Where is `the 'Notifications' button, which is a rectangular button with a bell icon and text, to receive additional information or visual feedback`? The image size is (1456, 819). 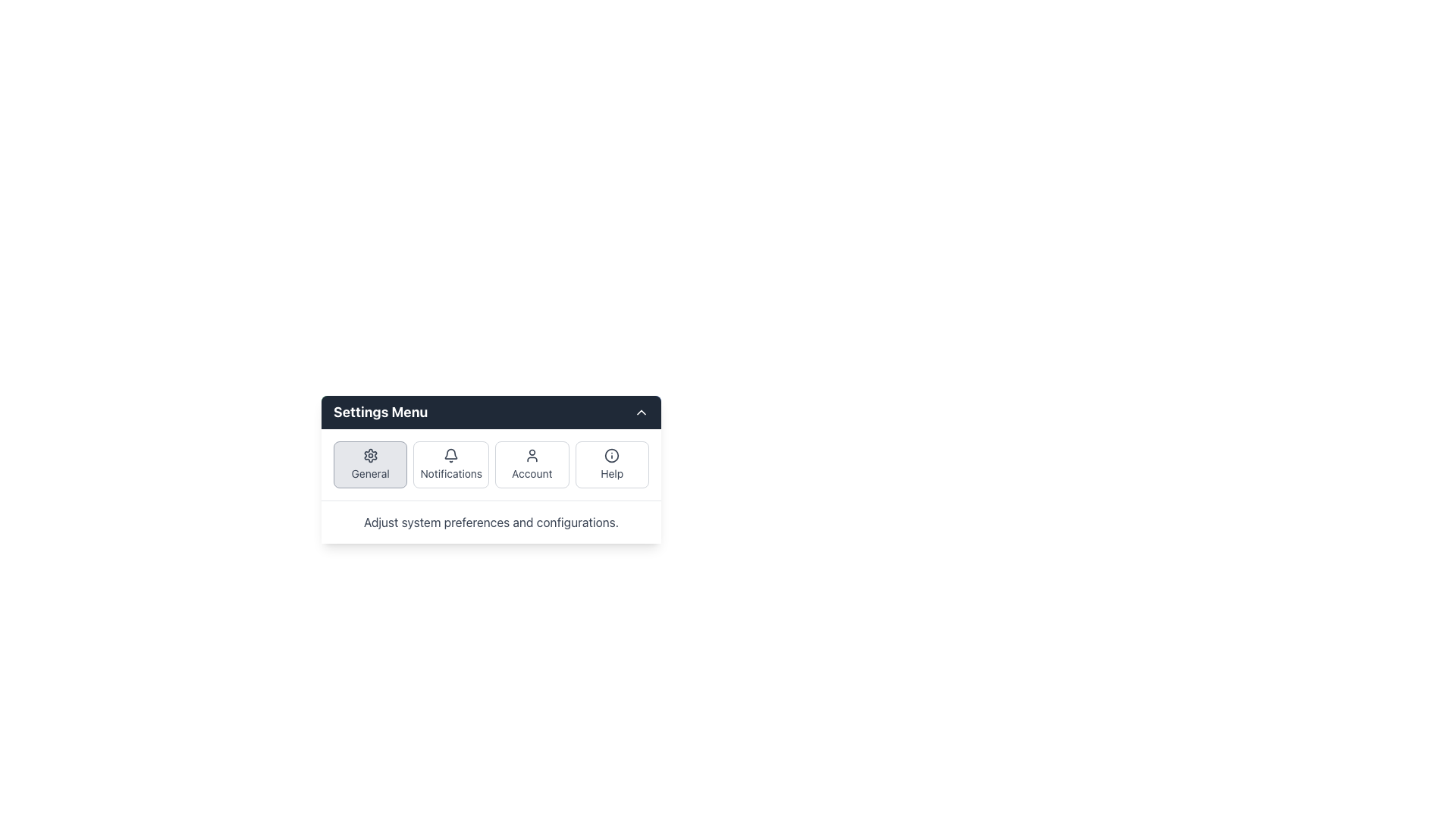
the 'Notifications' button, which is a rectangular button with a bell icon and text, to receive additional information or visual feedback is located at coordinates (450, 464).